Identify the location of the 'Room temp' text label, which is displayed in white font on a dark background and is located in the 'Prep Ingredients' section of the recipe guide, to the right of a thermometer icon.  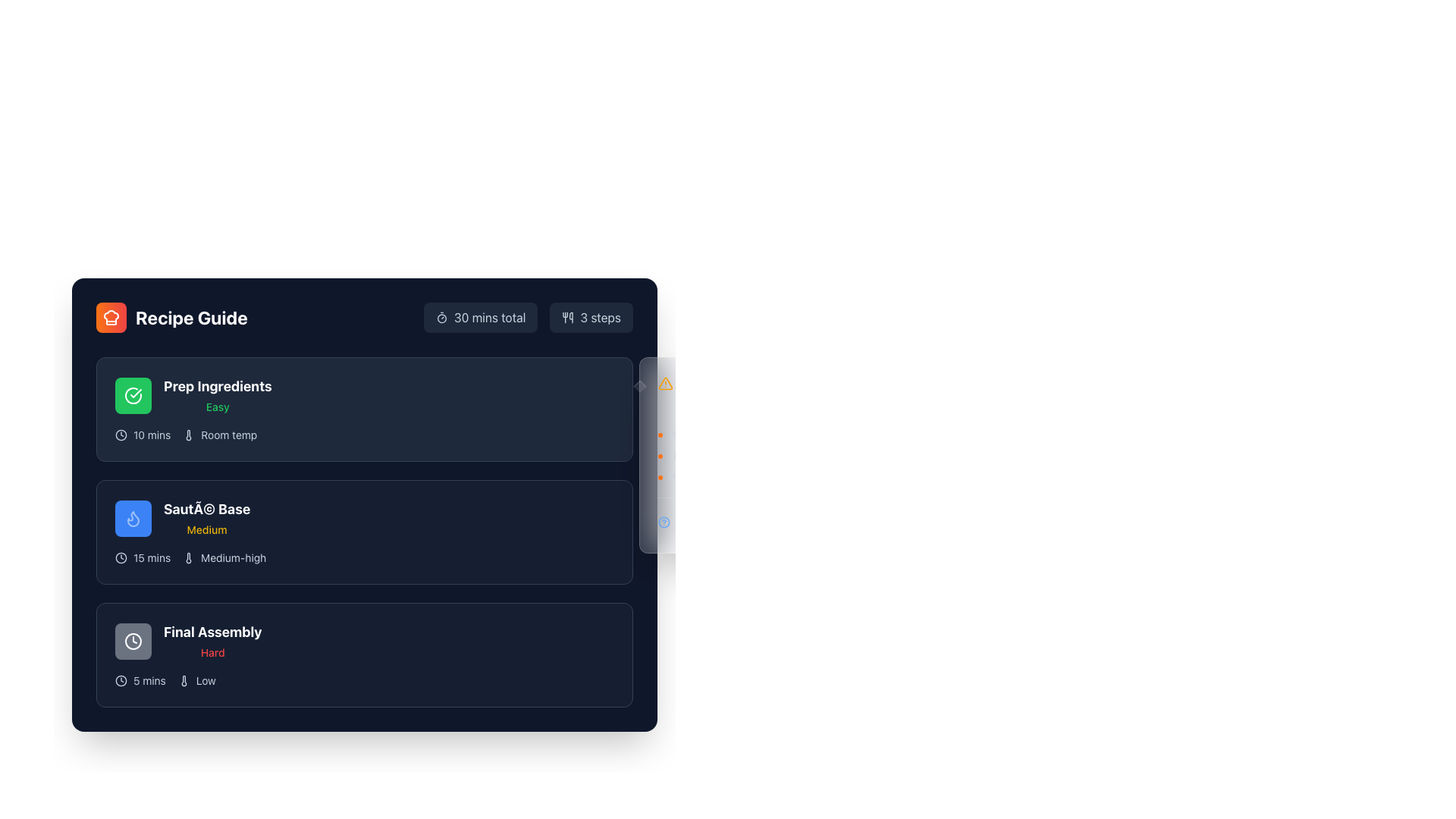
(228, 435).